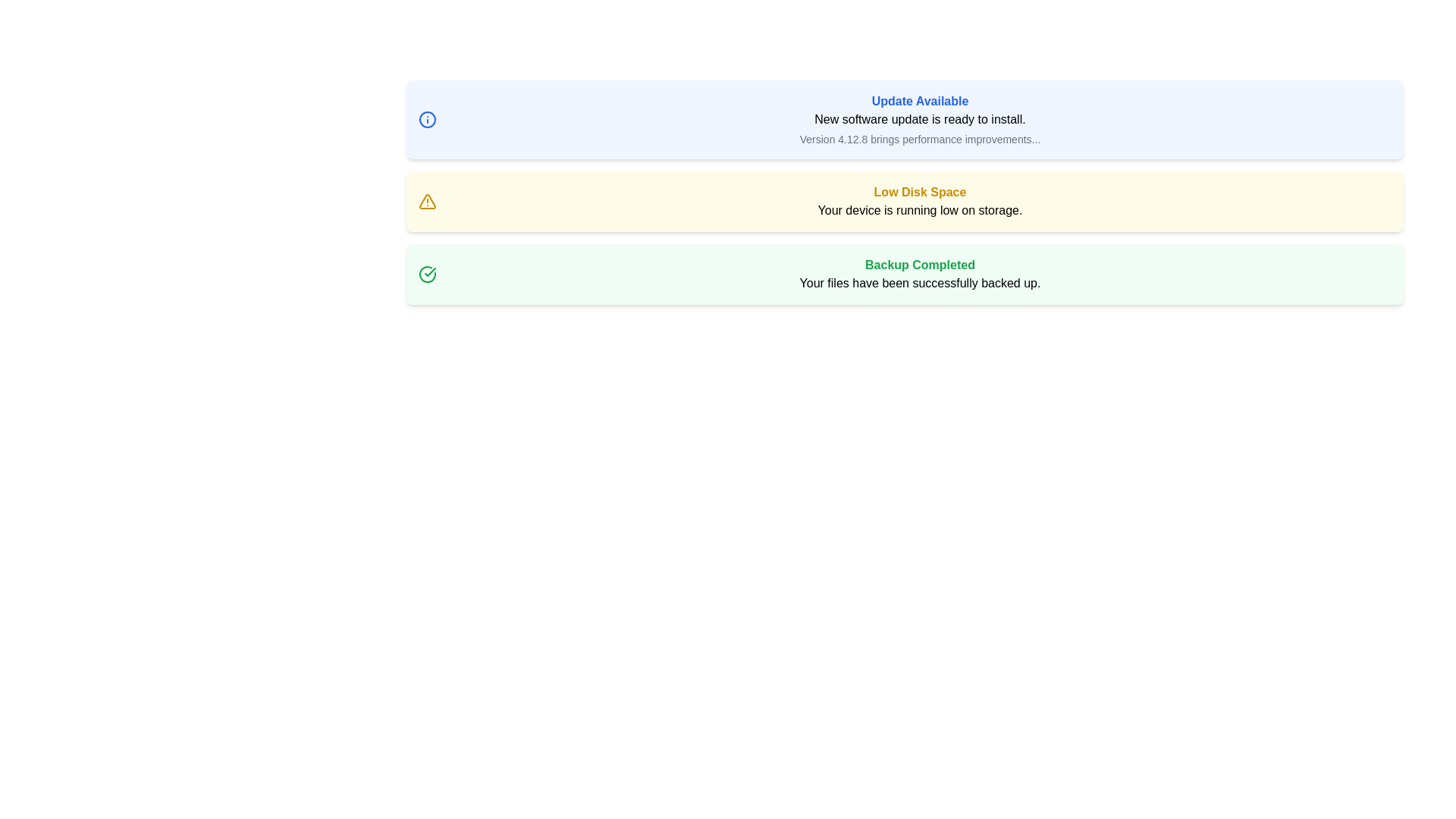 This screenshot has height=819, width=1456. Describe the element at coordinates (919, 284) in the screenshot. I see `the text label stating 'Your files have been successfully backed up.' which is located below the heading 'Backup Completed' in the notification panel with a light green background` at that location.